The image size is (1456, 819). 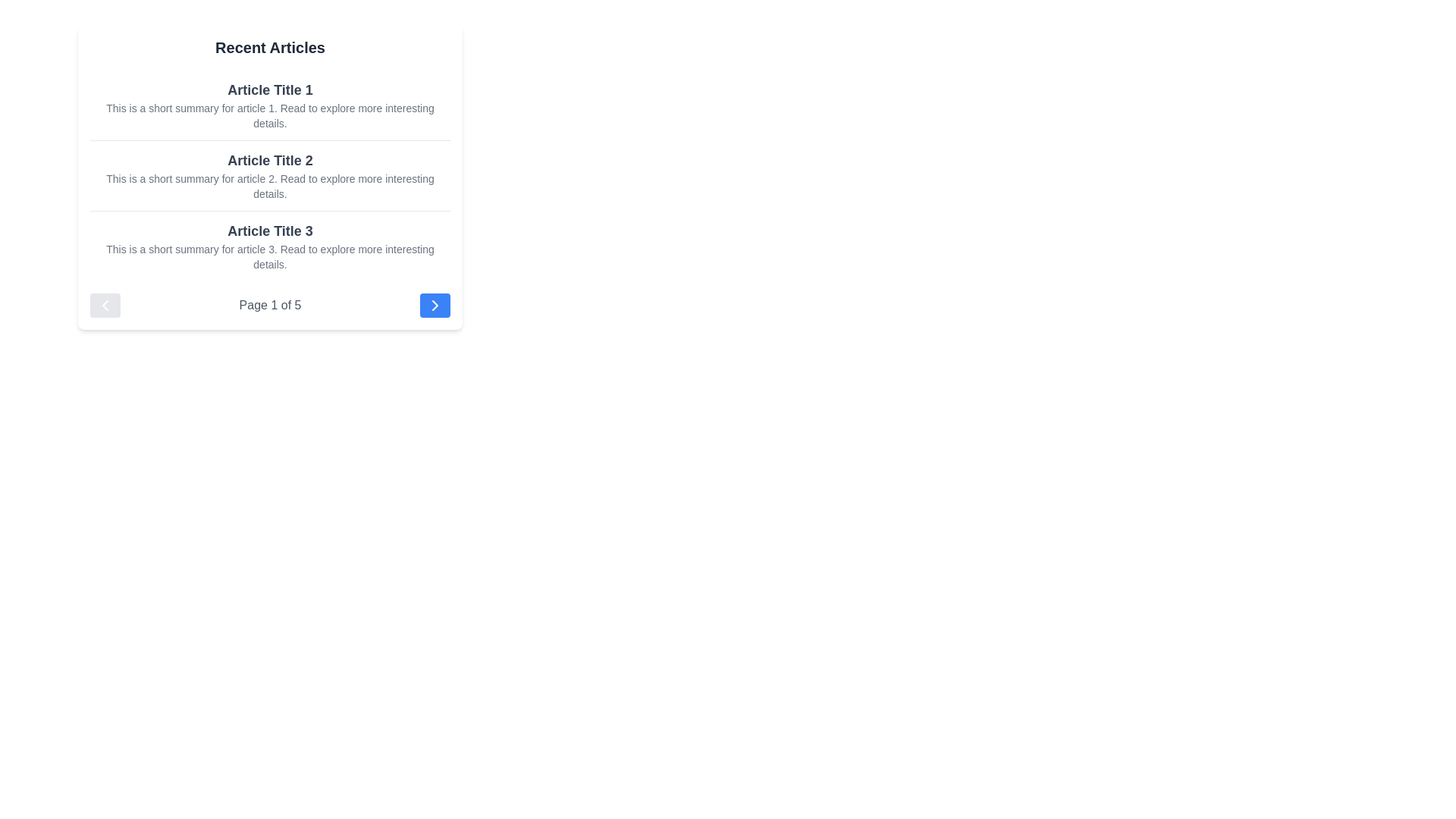 What do you see at coordinates (270, 245) in the screenshot?
I see `the third Informational card in the 'Recent Articles' section` at bounding box center [270, 245].